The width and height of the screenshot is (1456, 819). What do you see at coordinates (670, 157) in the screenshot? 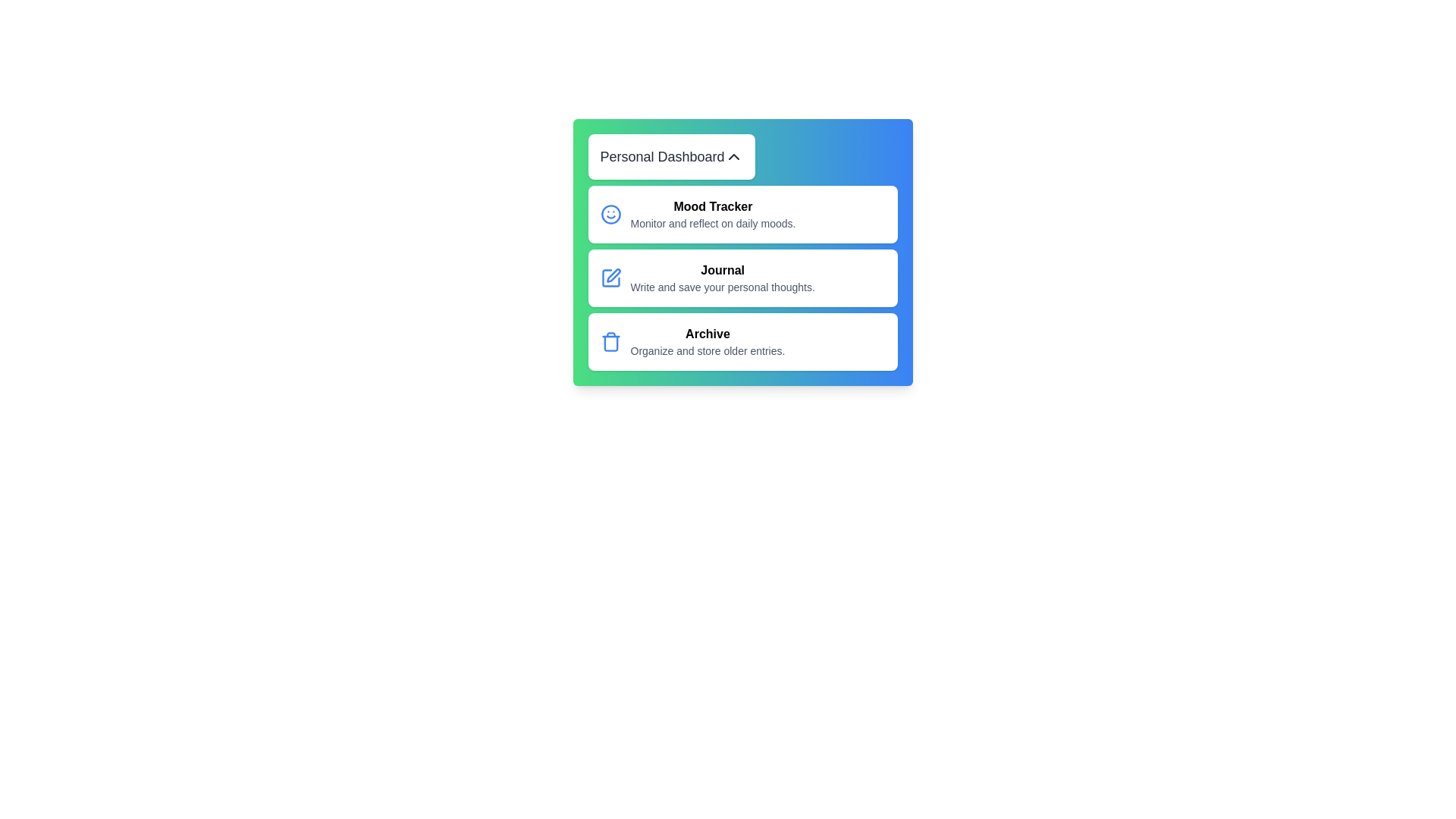
I see `the toggle button to open or close the menu` at bounding box center [670, 157].